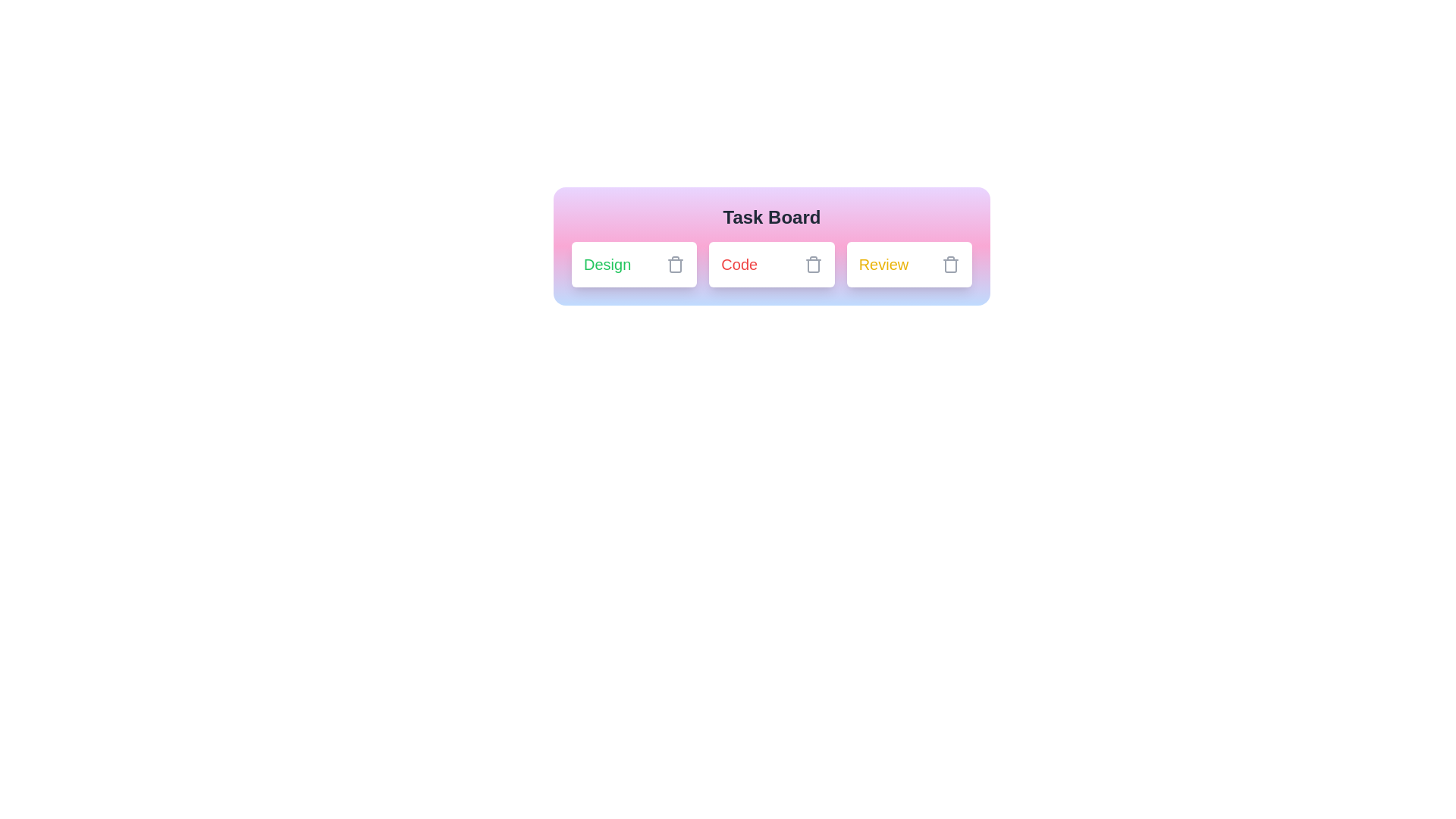 The image size is (1456, 819). What do you see at coordinates (812, 263) in the screenshot?
I see `delete button next to the chip labeled Code to remove it` at bounding box center [812, 263].